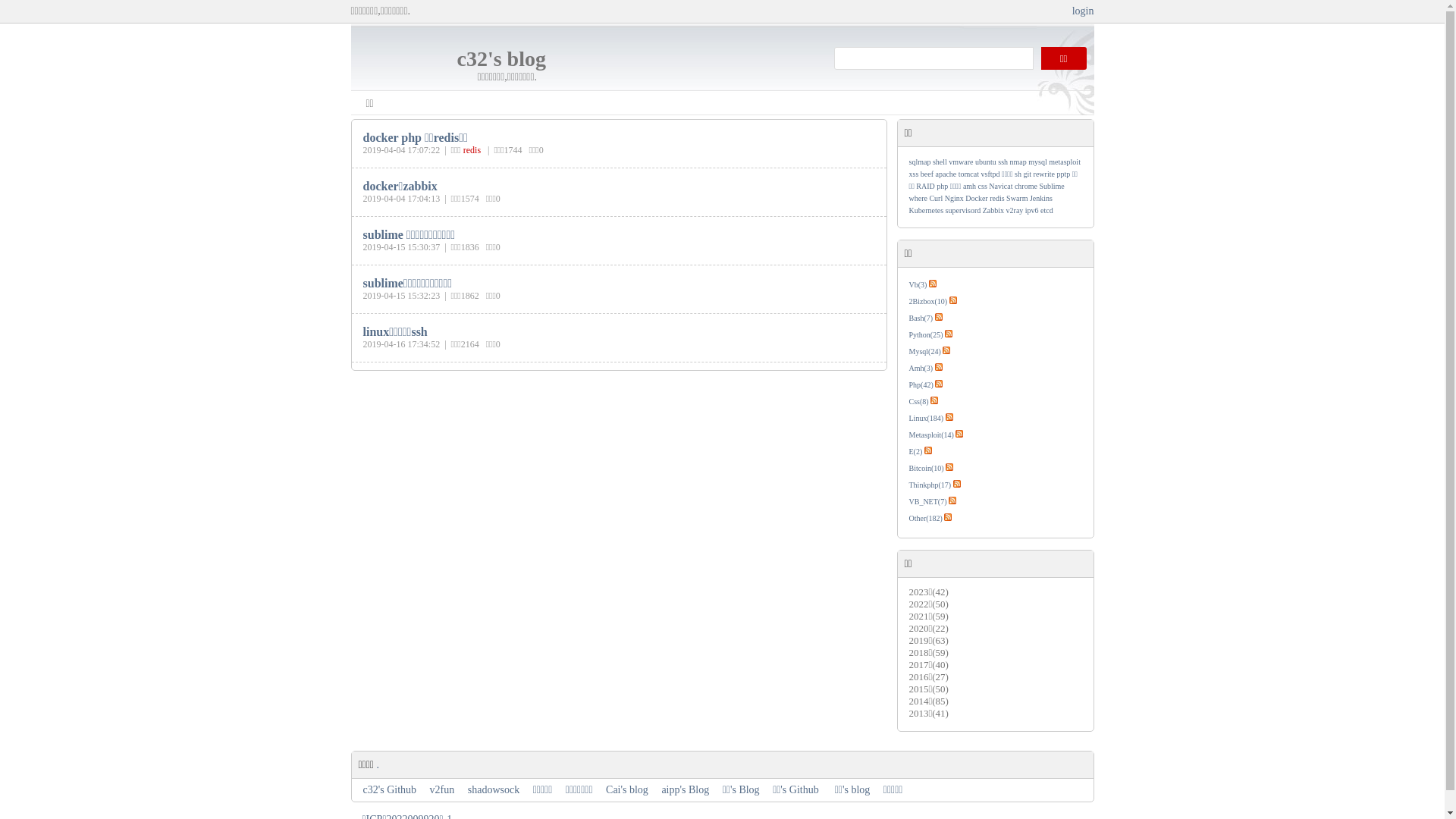  I want to click on 'etcd', so click(1046, 210).